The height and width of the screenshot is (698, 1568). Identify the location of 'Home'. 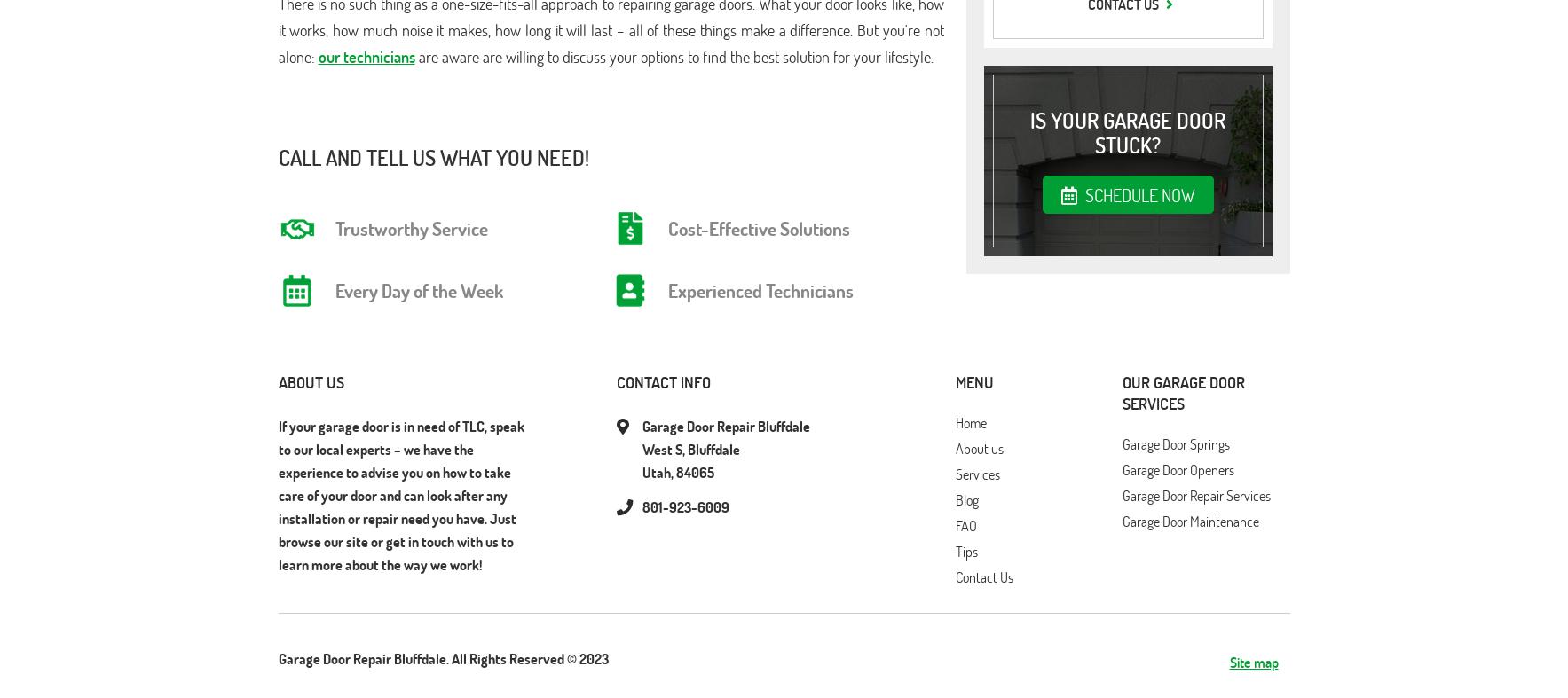
(971, 423).